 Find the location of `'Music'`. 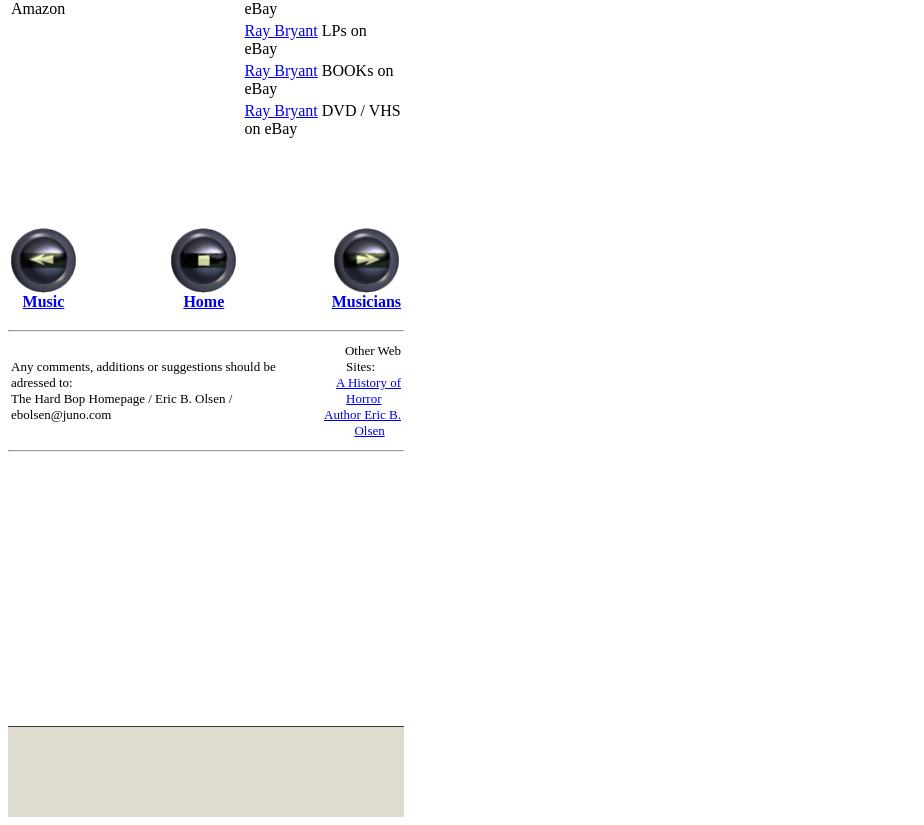

'Music' is located at coordinates (42, 300).